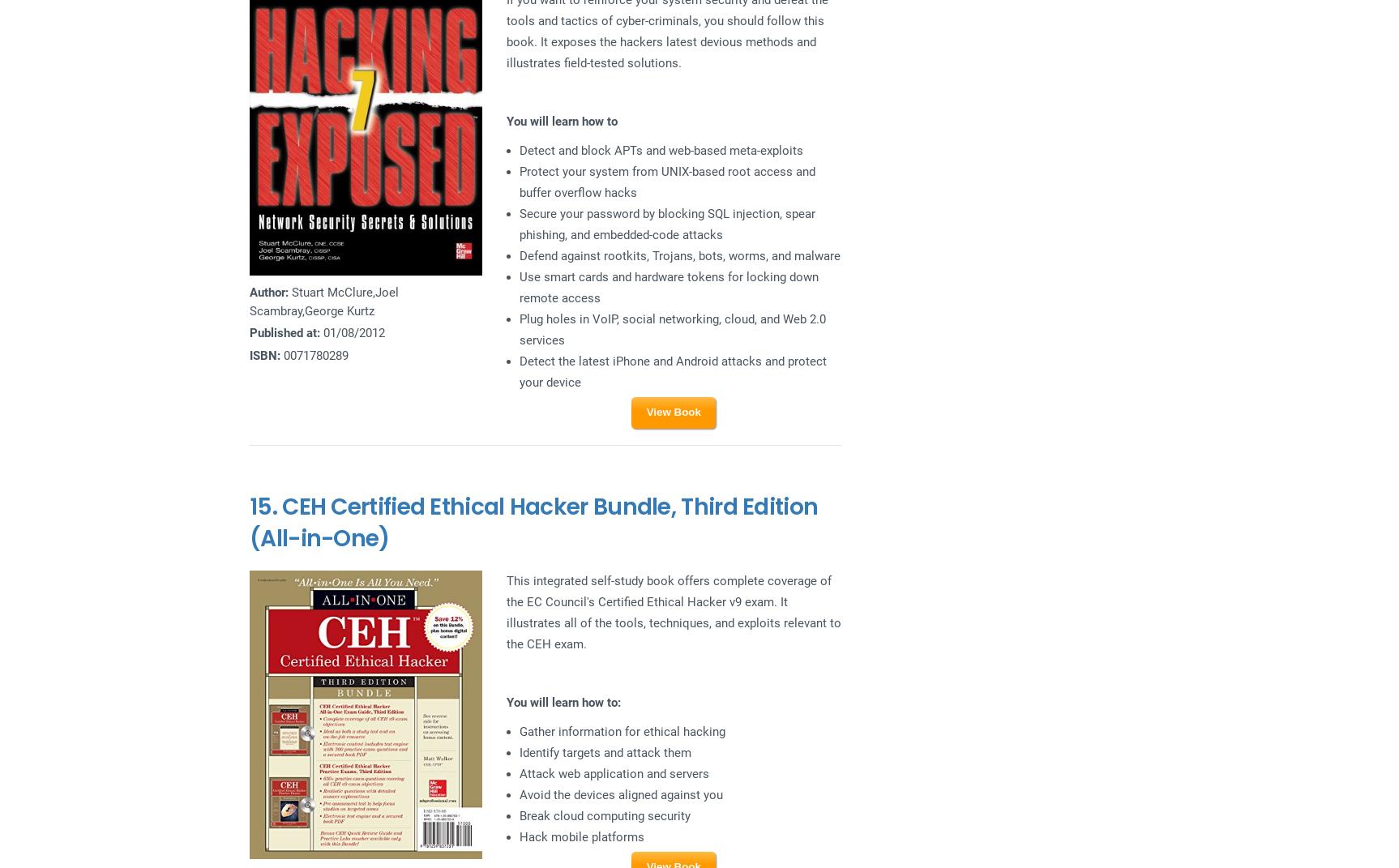  Describe the element at coordinates (671, 370) in the screenshot. I see `'Detect the latest iPhone and Android attacks and protect your device'` at that location.